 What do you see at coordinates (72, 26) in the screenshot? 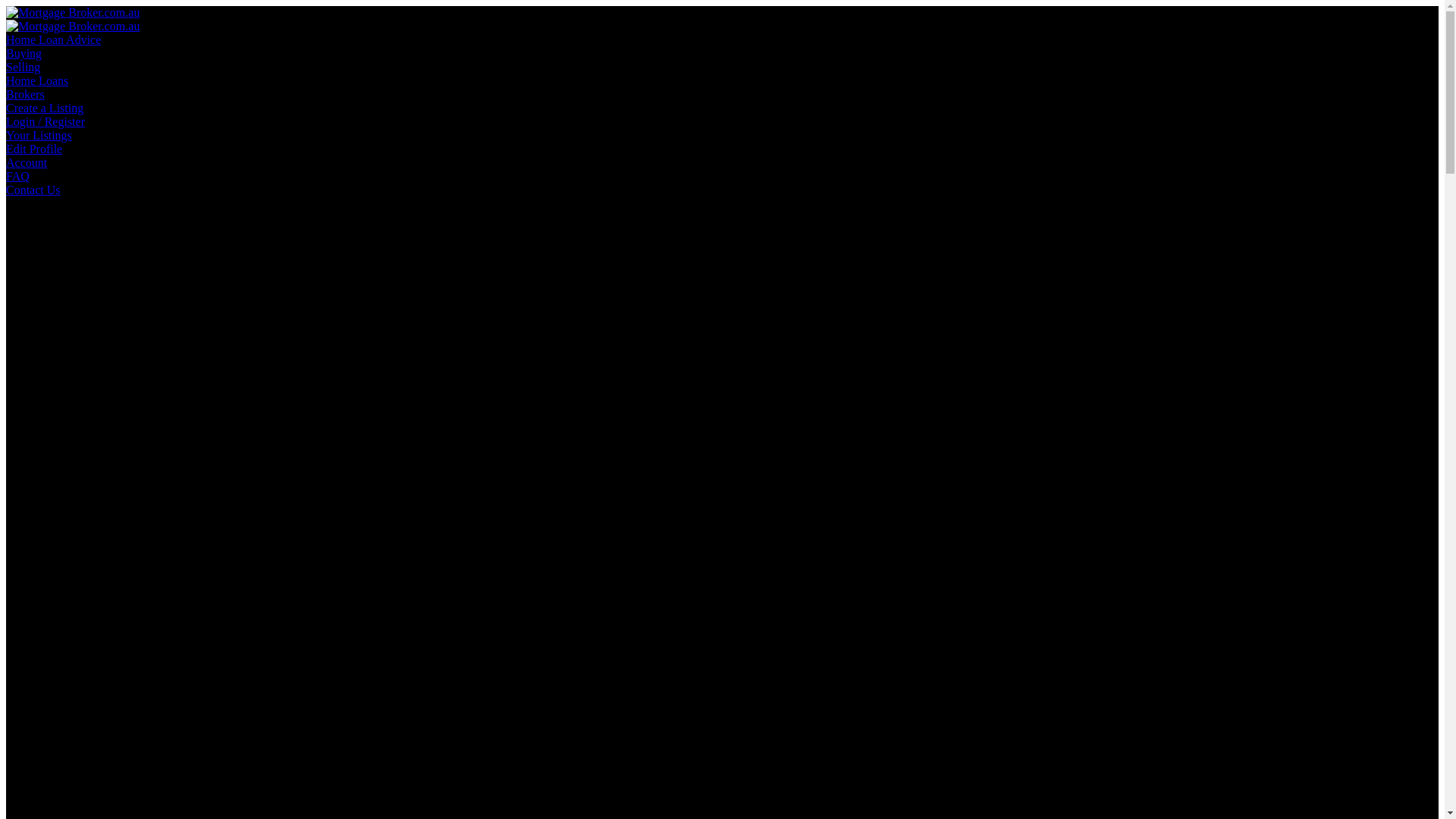
I see `'Mortgage Broker.com.au'` at bounding box center [72, 26].